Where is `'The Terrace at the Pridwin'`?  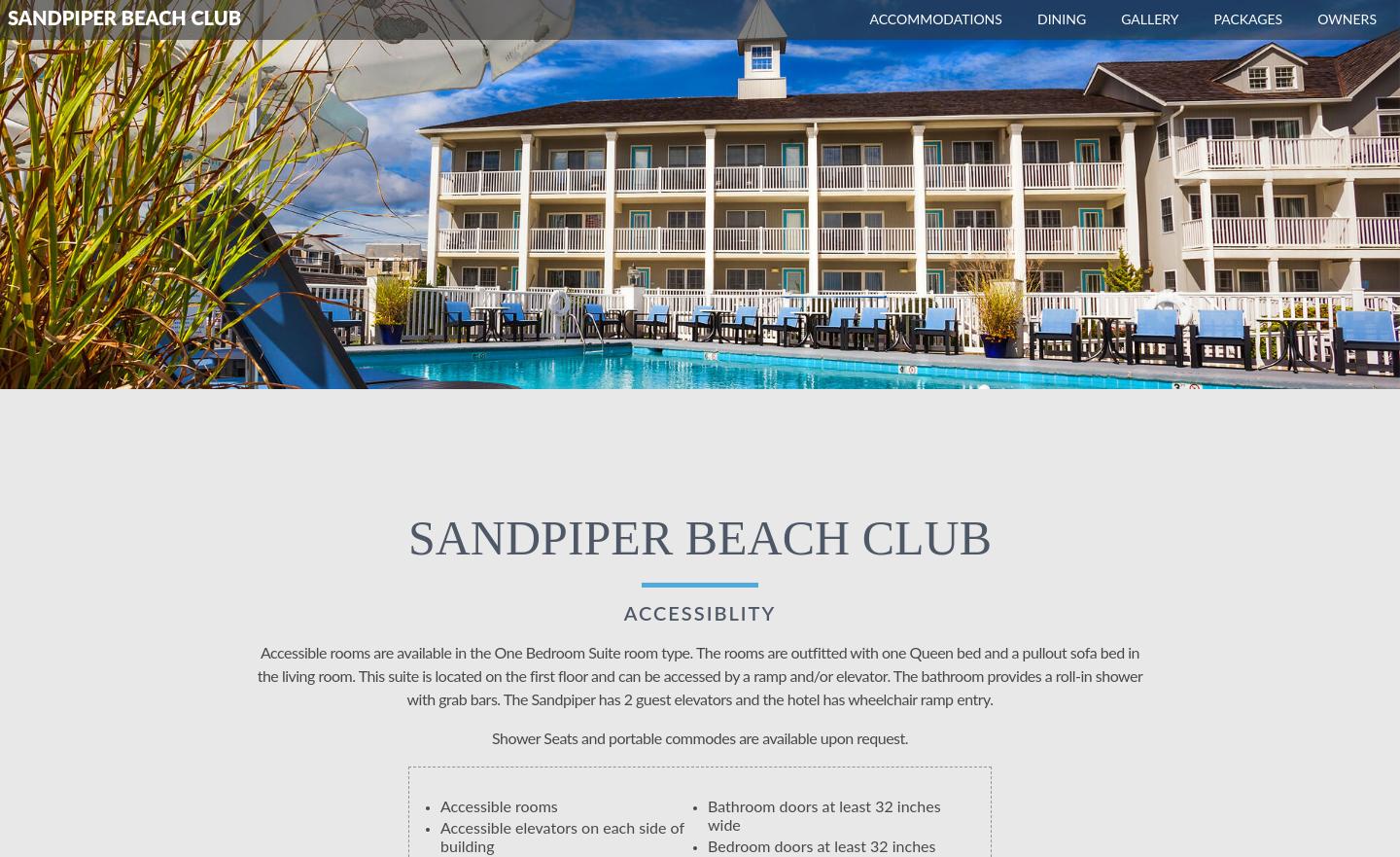
'The Terrace at the Pridwin' is located at coordinates (941, 38).